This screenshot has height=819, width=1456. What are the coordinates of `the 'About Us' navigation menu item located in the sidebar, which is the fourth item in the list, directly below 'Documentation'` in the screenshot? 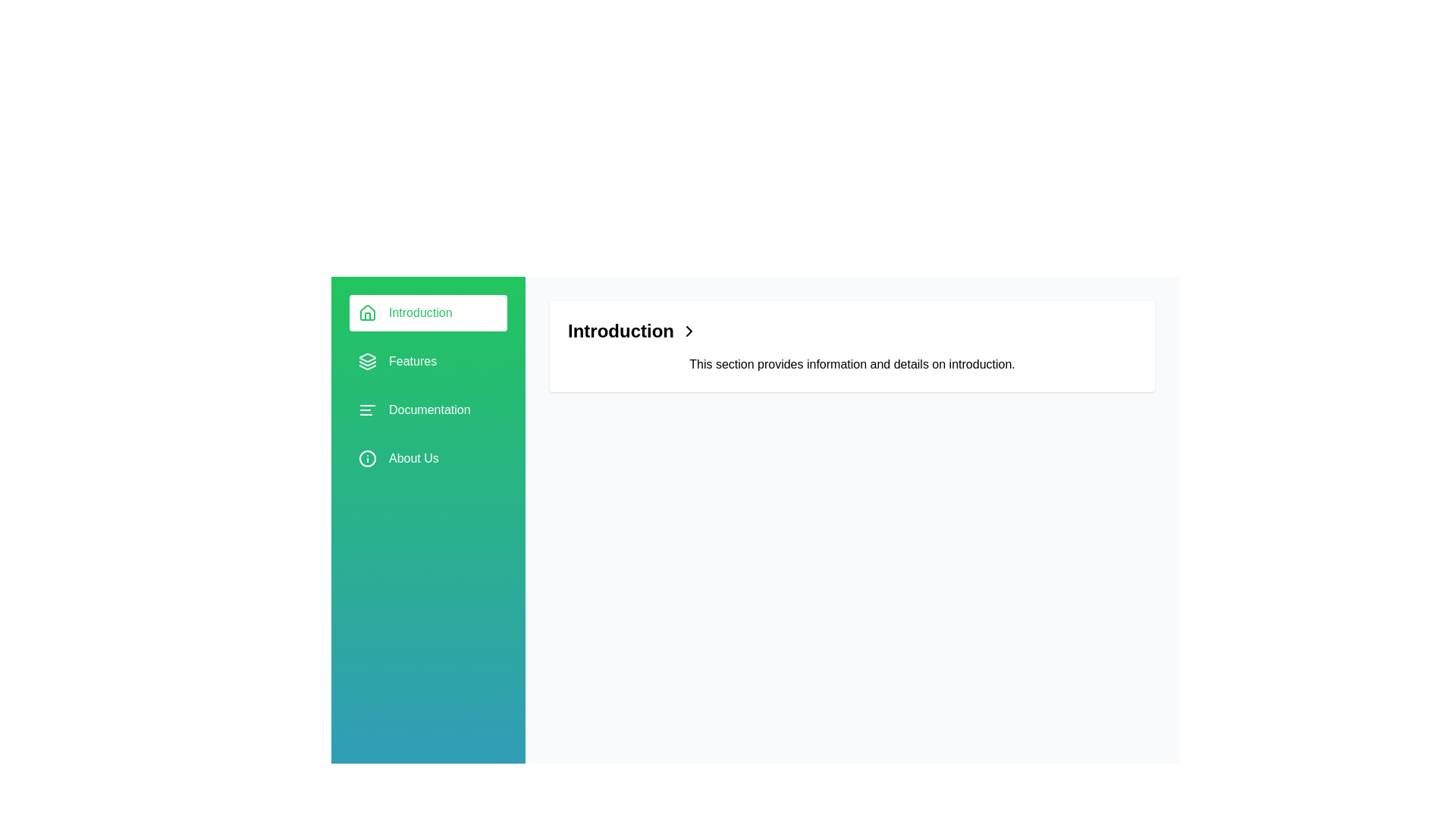 It's located at (428, 458).